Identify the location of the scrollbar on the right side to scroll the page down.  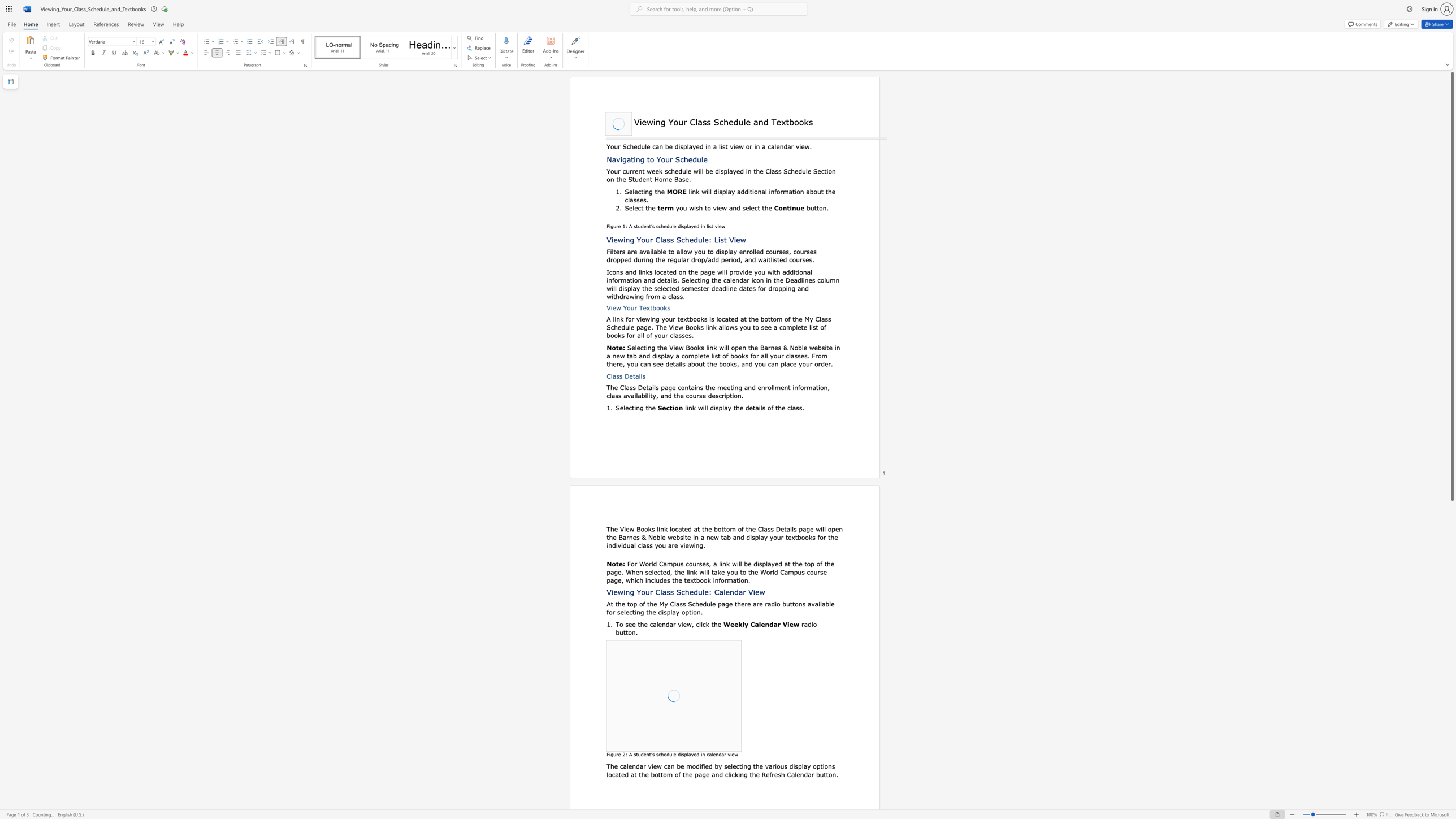
(1451, 575).